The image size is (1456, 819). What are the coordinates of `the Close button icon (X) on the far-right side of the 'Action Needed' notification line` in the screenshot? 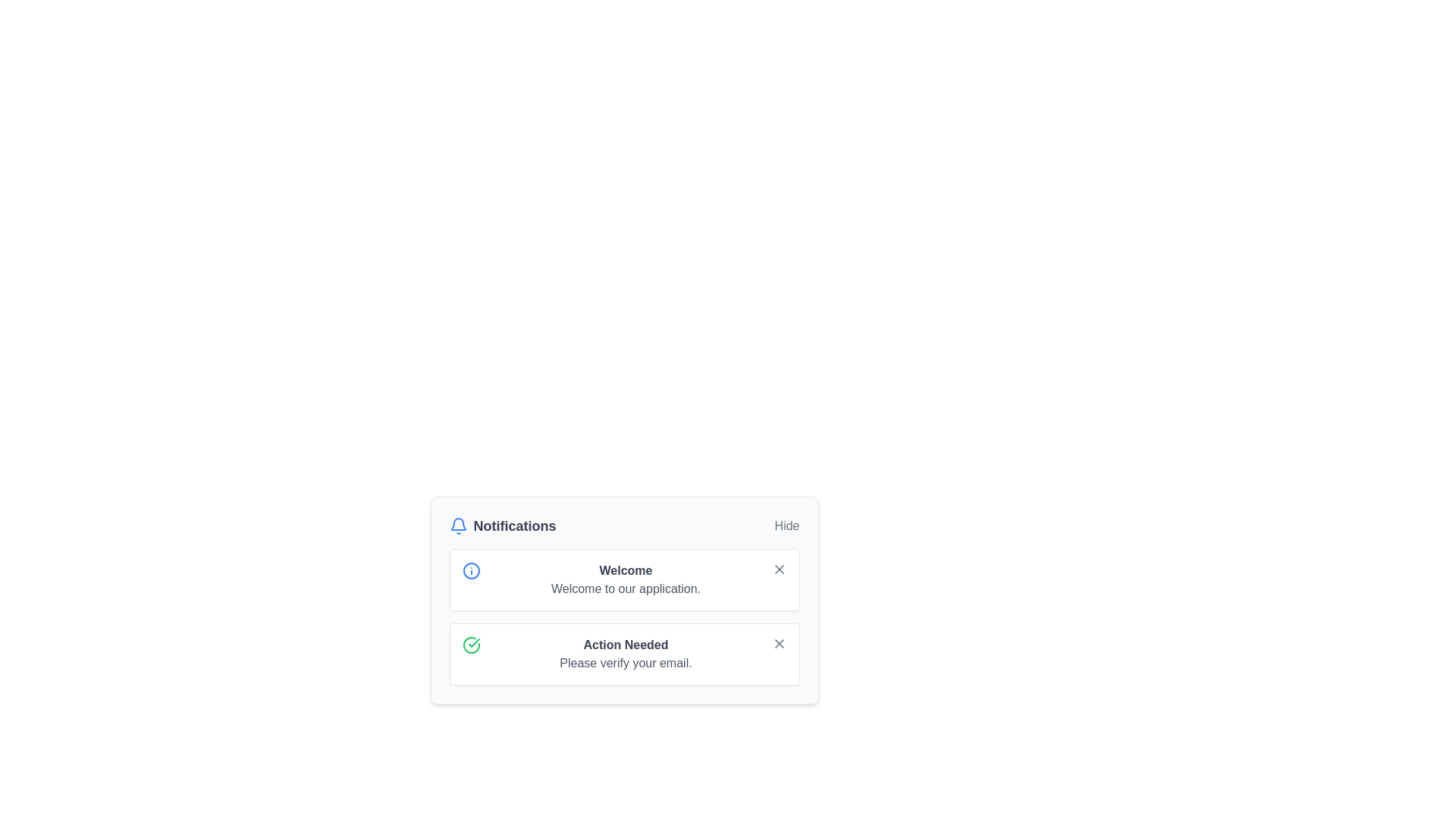 It's located at (779, 643).